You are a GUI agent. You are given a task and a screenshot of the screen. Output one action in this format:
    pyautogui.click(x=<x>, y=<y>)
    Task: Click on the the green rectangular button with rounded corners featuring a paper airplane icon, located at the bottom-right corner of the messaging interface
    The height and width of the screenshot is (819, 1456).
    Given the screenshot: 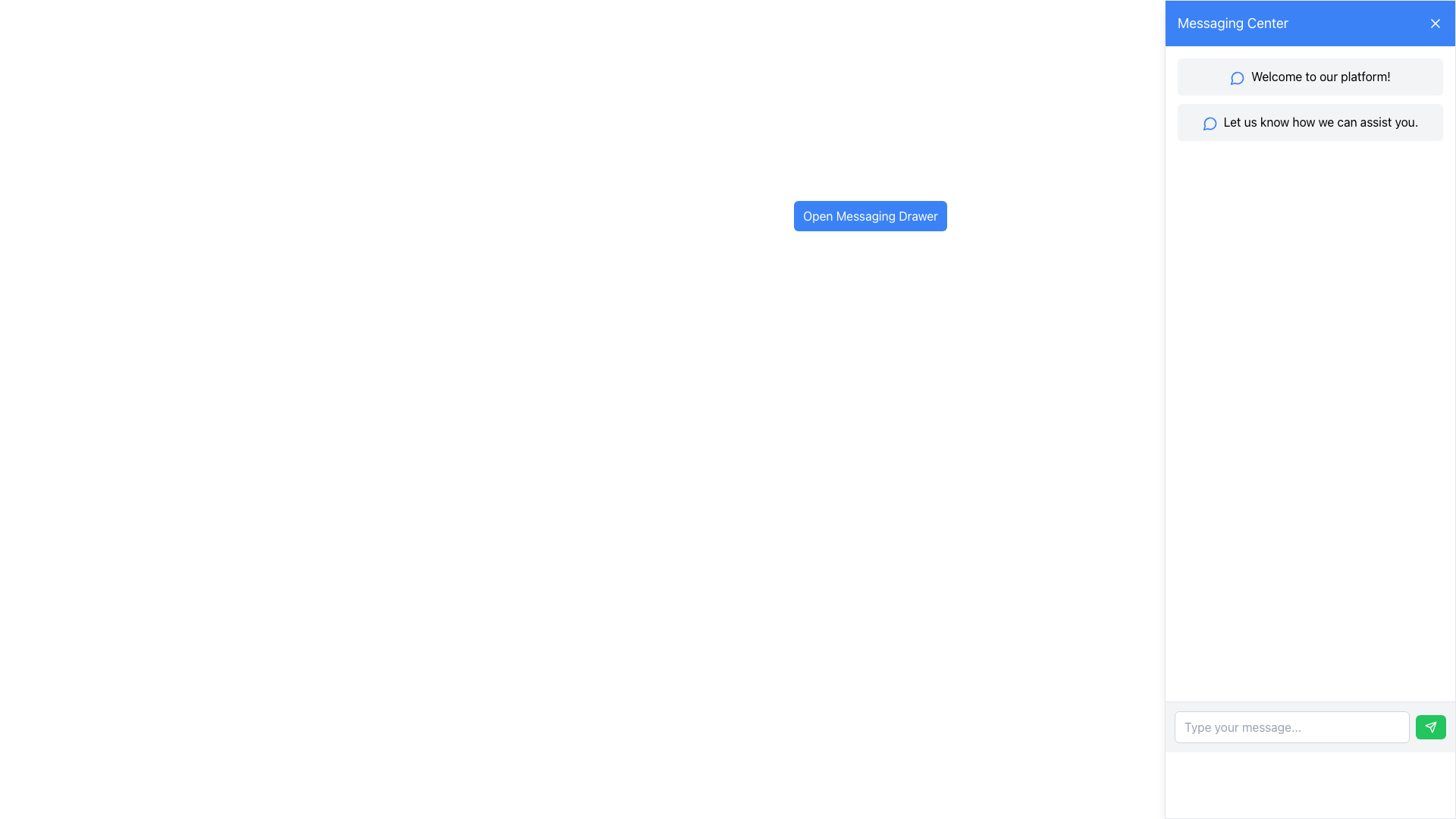 What is the action you would take?
    pyautogui.click(x=1429, y=726)
    